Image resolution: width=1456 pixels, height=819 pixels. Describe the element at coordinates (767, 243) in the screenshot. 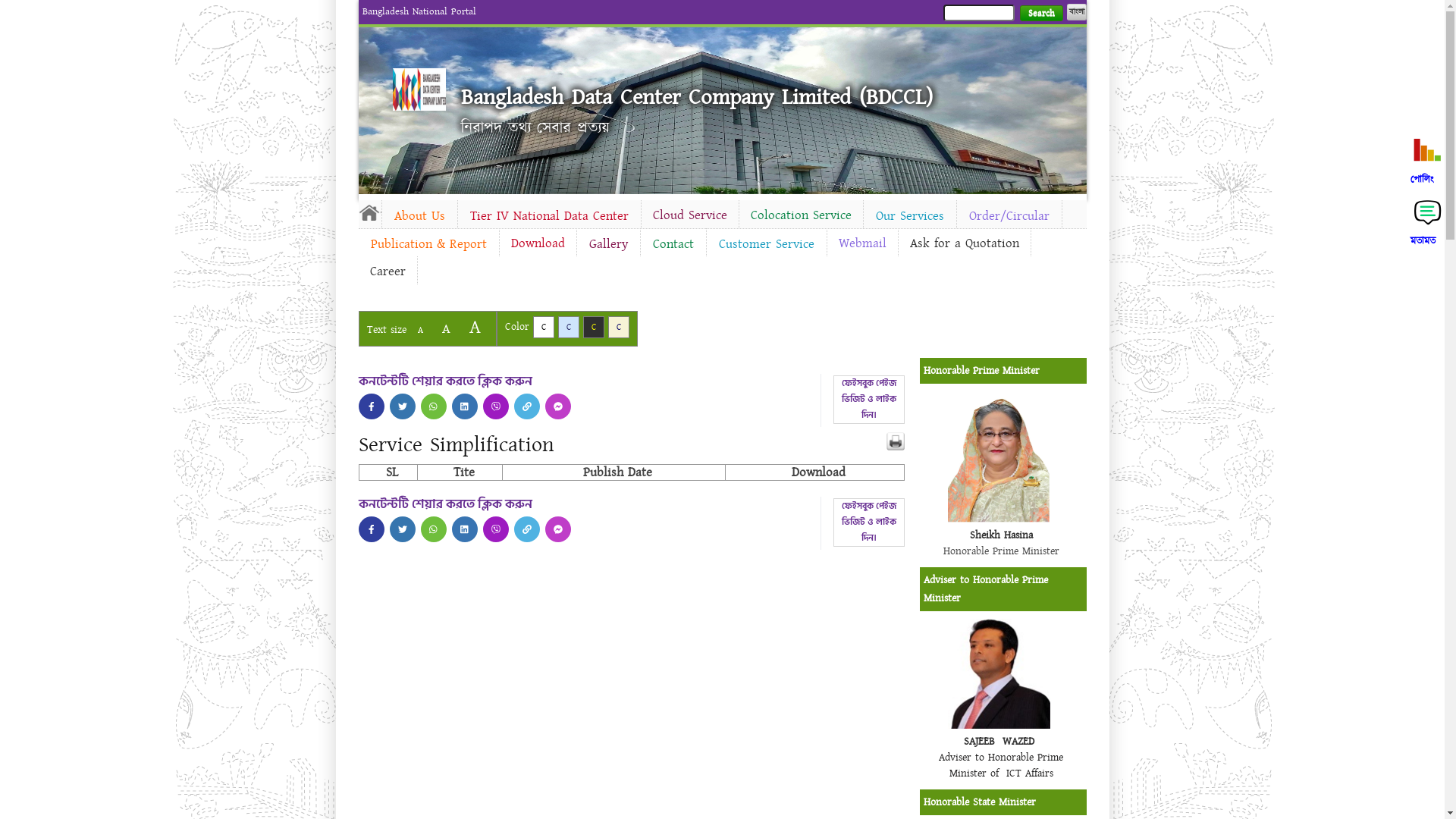

I see `'Customer Service'` at that location.